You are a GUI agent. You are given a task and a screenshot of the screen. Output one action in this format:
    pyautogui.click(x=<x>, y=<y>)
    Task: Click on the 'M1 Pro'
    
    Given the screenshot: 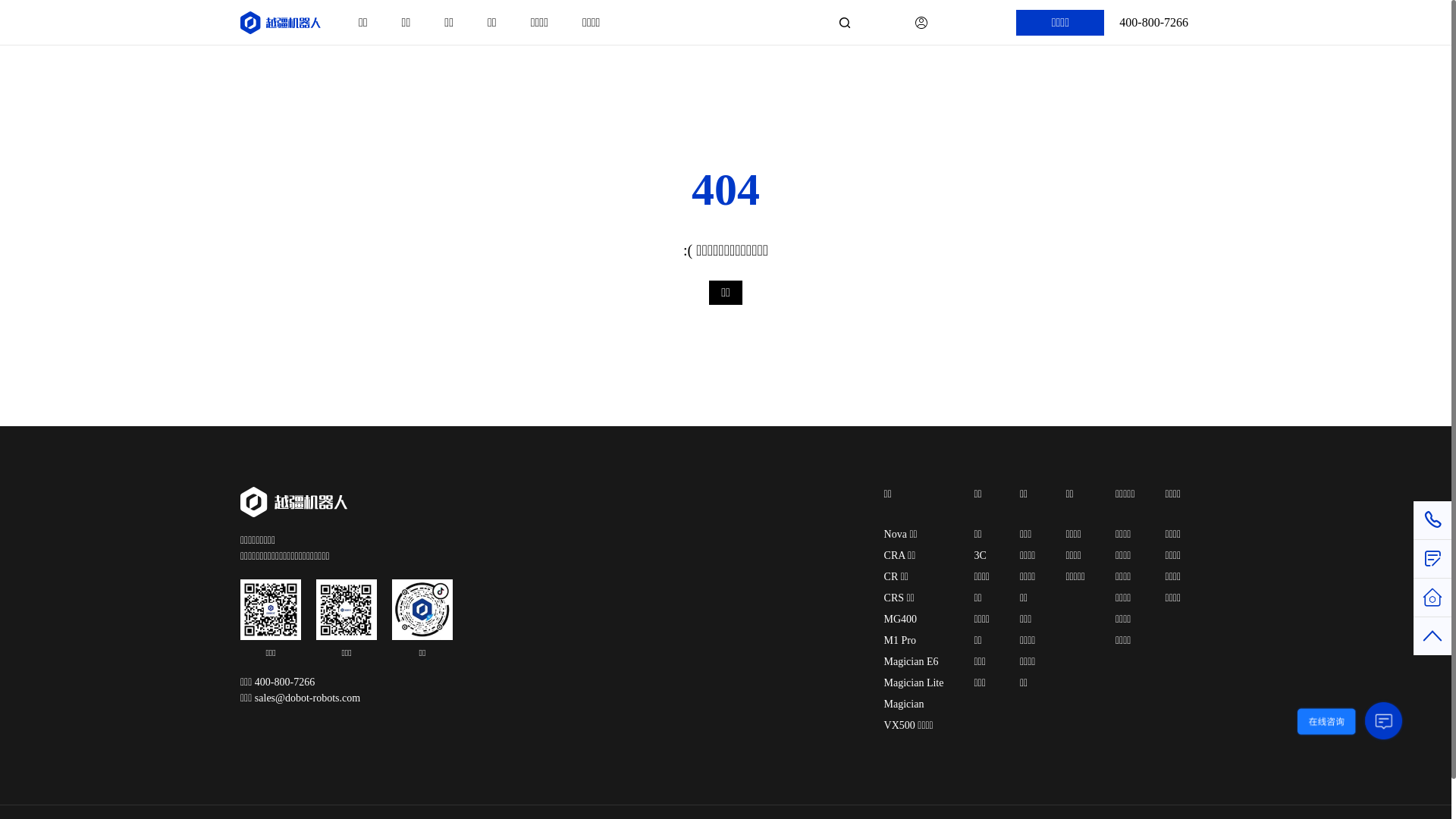 What is the action you would take?
    pyautogui.click(x=884, y=640)
    